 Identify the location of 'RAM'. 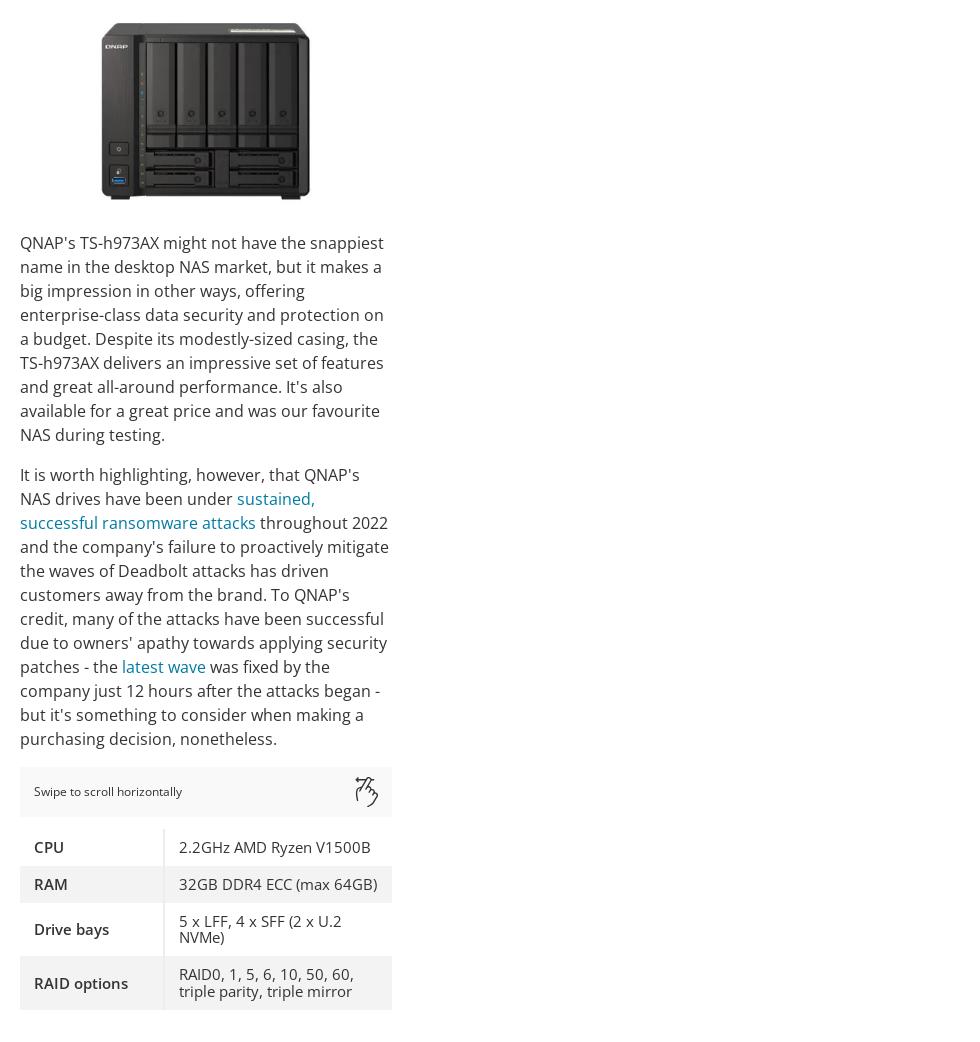
(50, 881).